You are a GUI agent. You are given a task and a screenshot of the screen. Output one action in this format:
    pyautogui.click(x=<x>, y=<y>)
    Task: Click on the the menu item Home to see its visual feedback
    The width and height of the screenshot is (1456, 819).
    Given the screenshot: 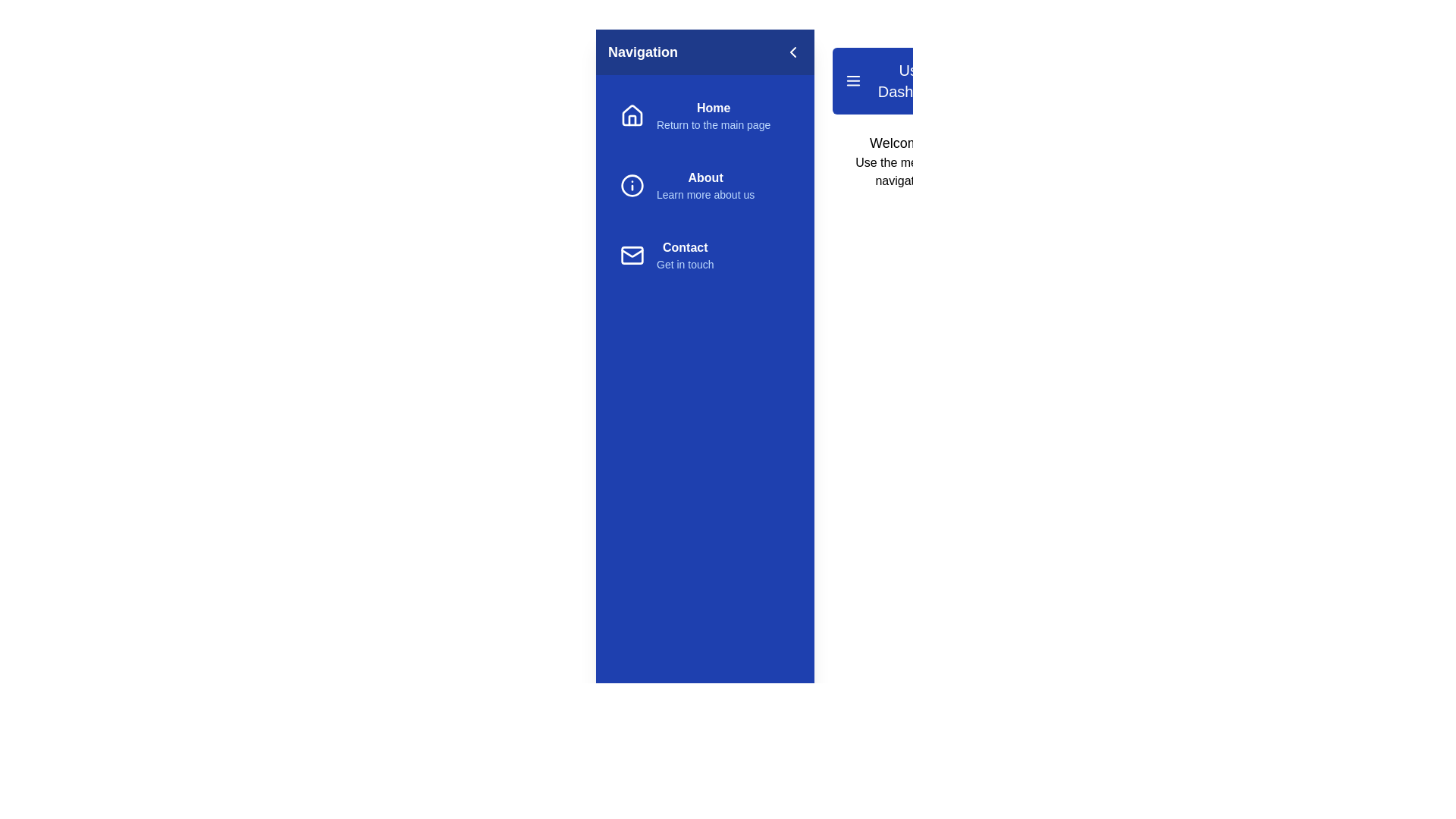 What is the action you would take?
    pyautogui.click(x=704, y=115)
    